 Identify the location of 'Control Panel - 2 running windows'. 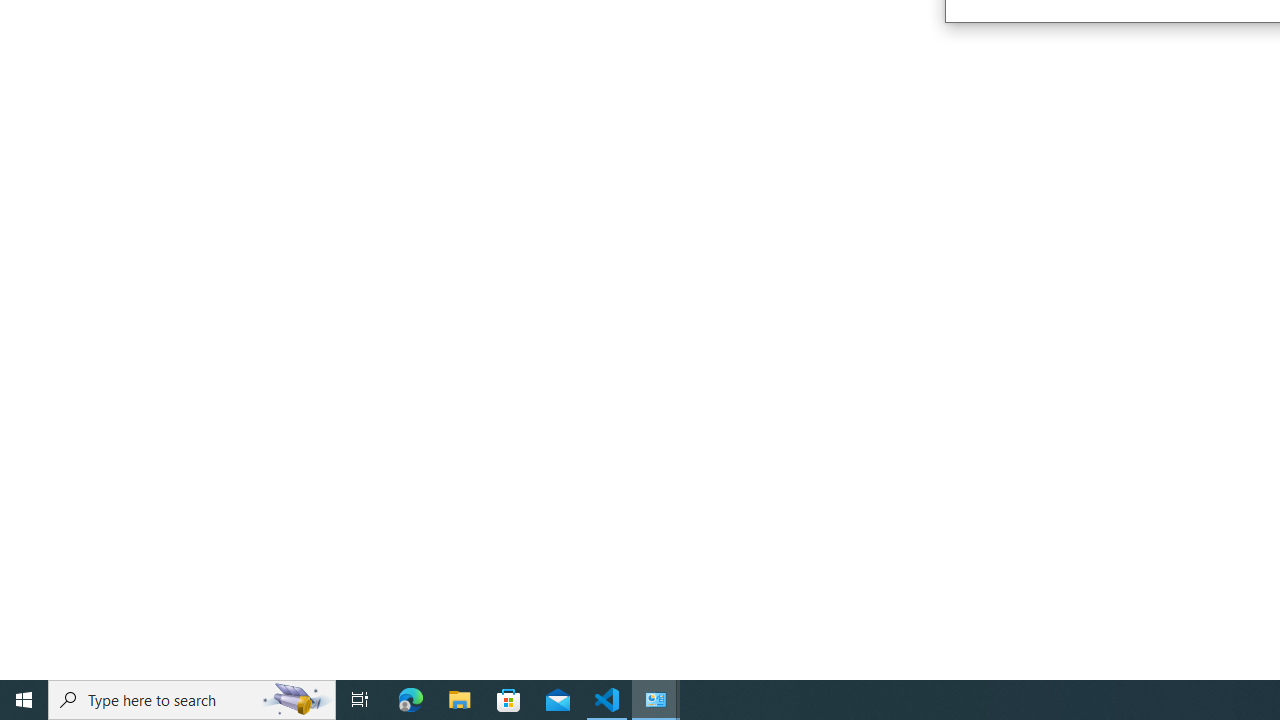
(656, 698).